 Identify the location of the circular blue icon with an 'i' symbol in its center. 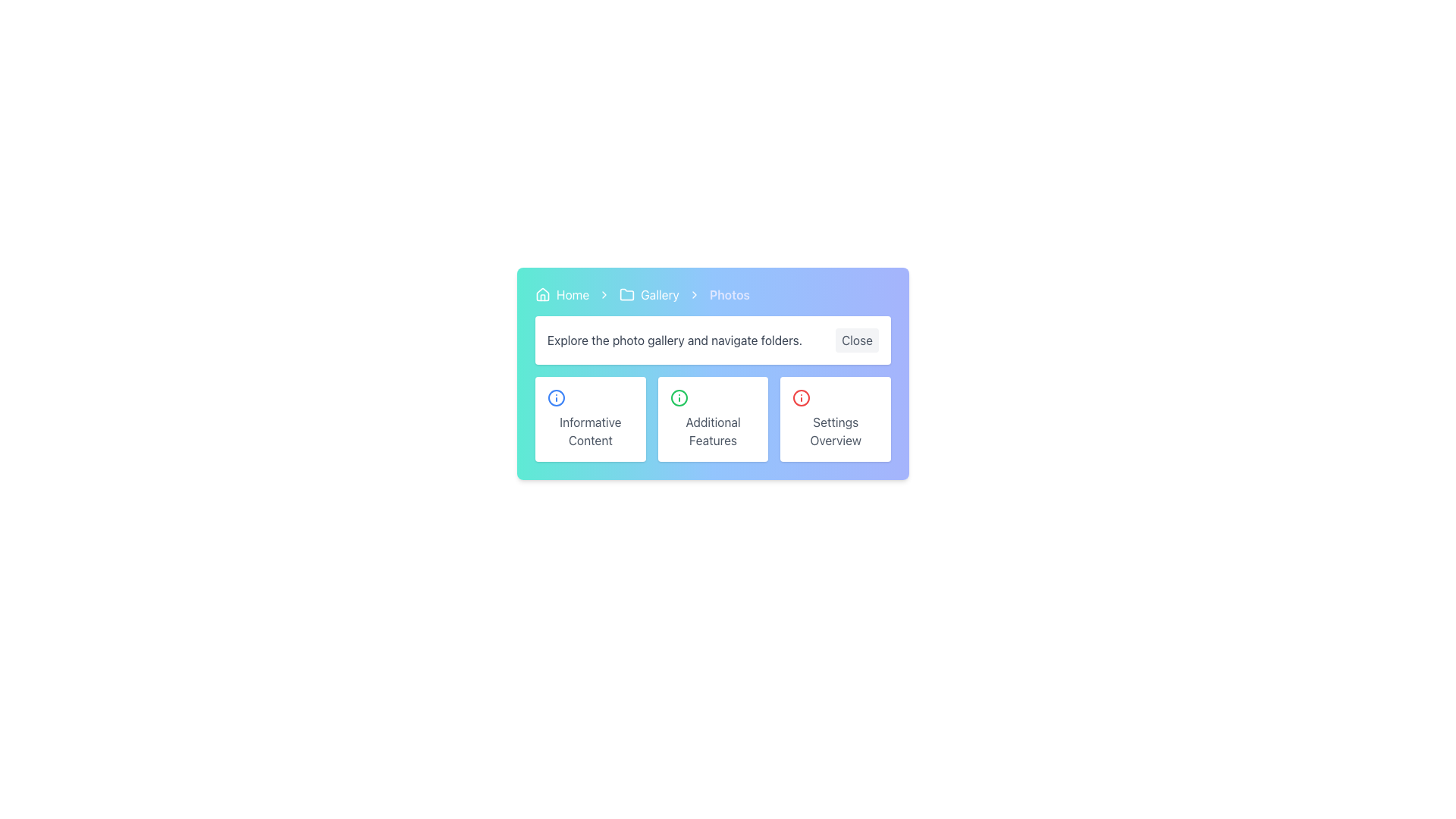
(556, 397).